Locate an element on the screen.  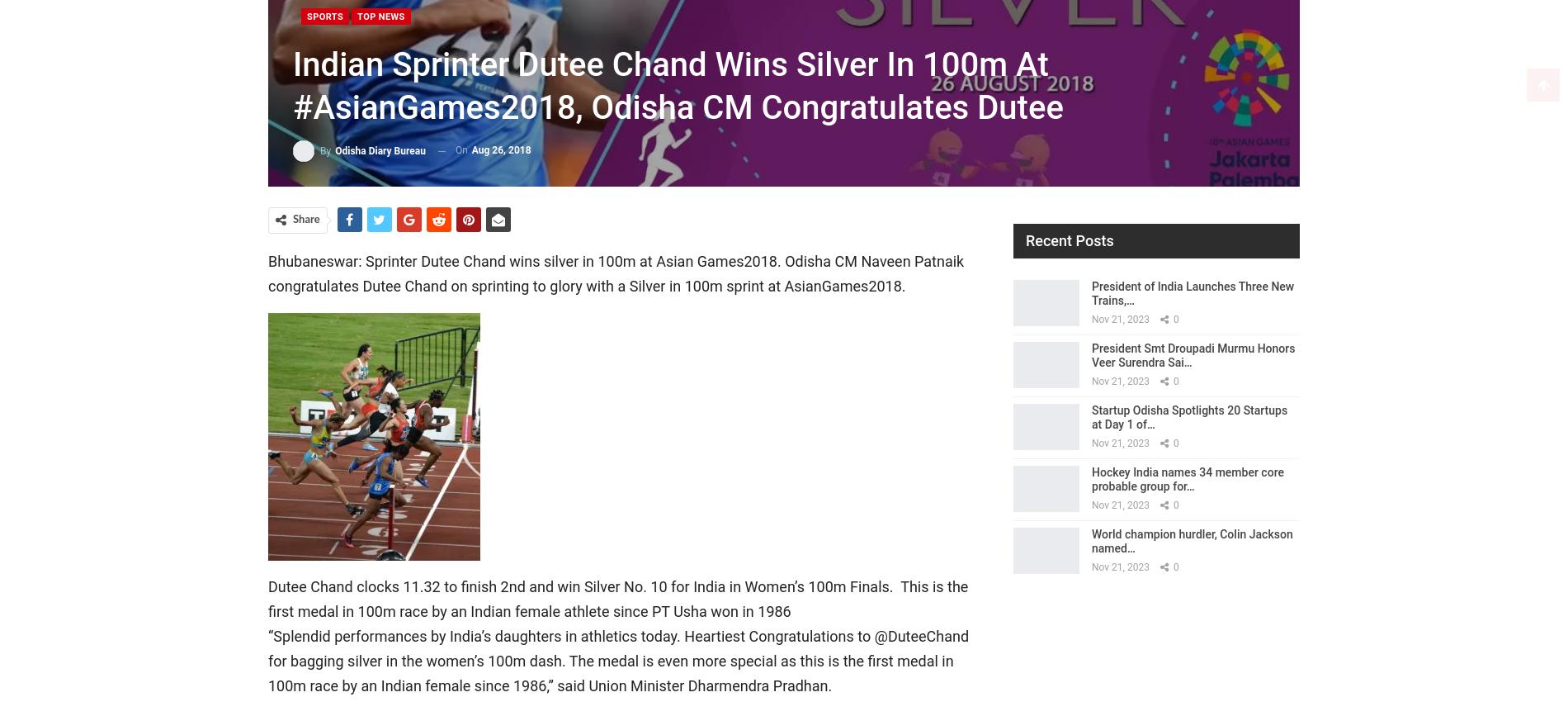
'On' is located at coordinates (461, 149).